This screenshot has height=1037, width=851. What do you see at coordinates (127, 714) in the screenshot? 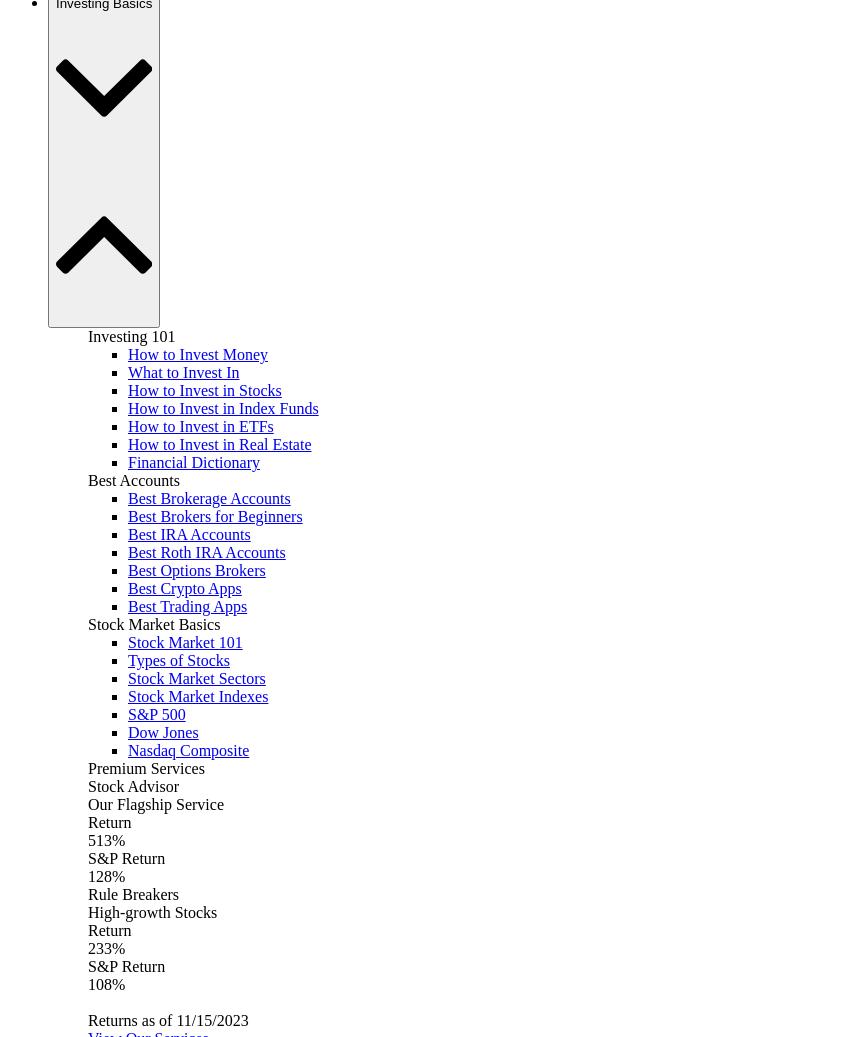
I see `'S&P 500'` at bounding box center [127, 714].